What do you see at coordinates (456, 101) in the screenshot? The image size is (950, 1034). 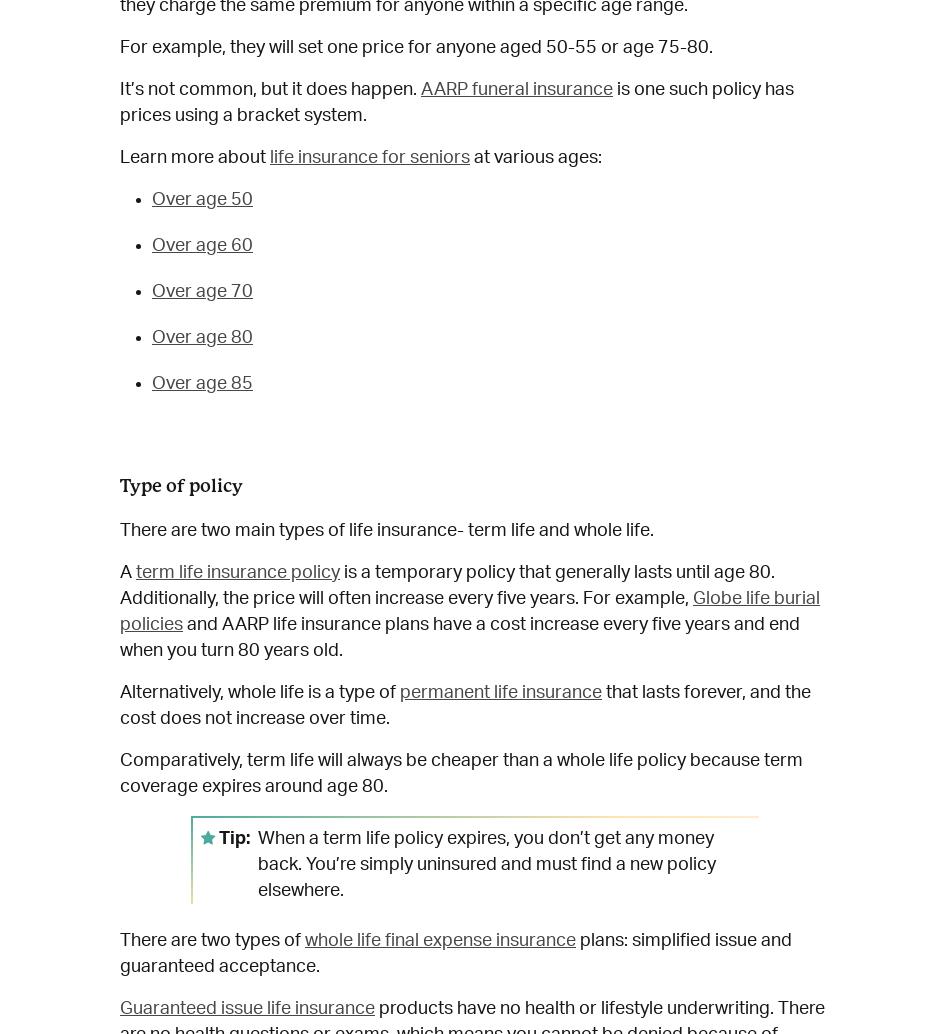 I see `'is one such policy has prices using a bracket system.'` at bounding box center [456, 101].